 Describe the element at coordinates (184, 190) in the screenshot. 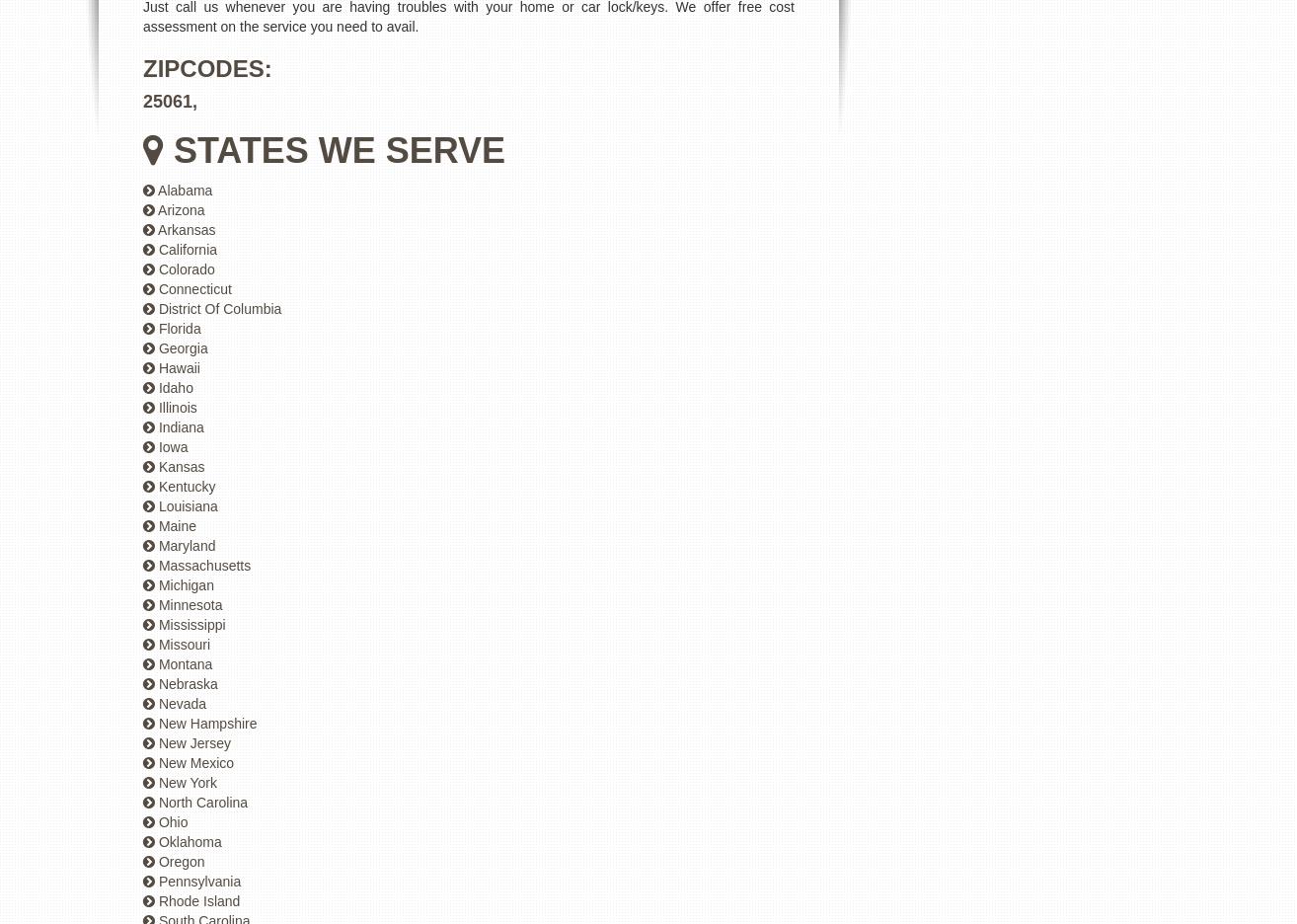

I see `'Alabama'` at that location.